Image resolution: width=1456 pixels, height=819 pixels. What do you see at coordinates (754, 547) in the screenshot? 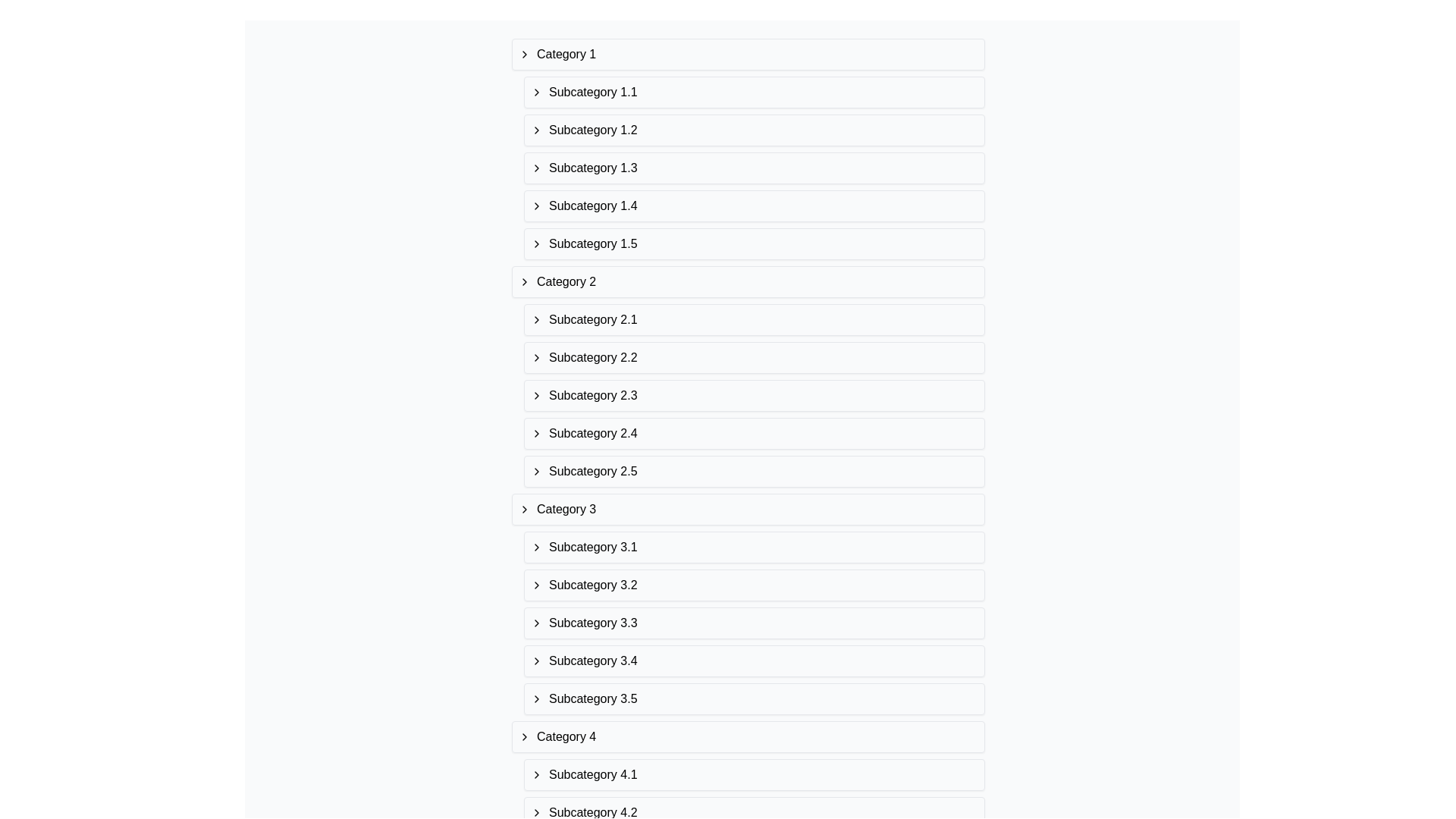
I see `the first item in the 'Category 3' list, labeled 'Subcategory 3.1'` at bounding box center [754, 547].